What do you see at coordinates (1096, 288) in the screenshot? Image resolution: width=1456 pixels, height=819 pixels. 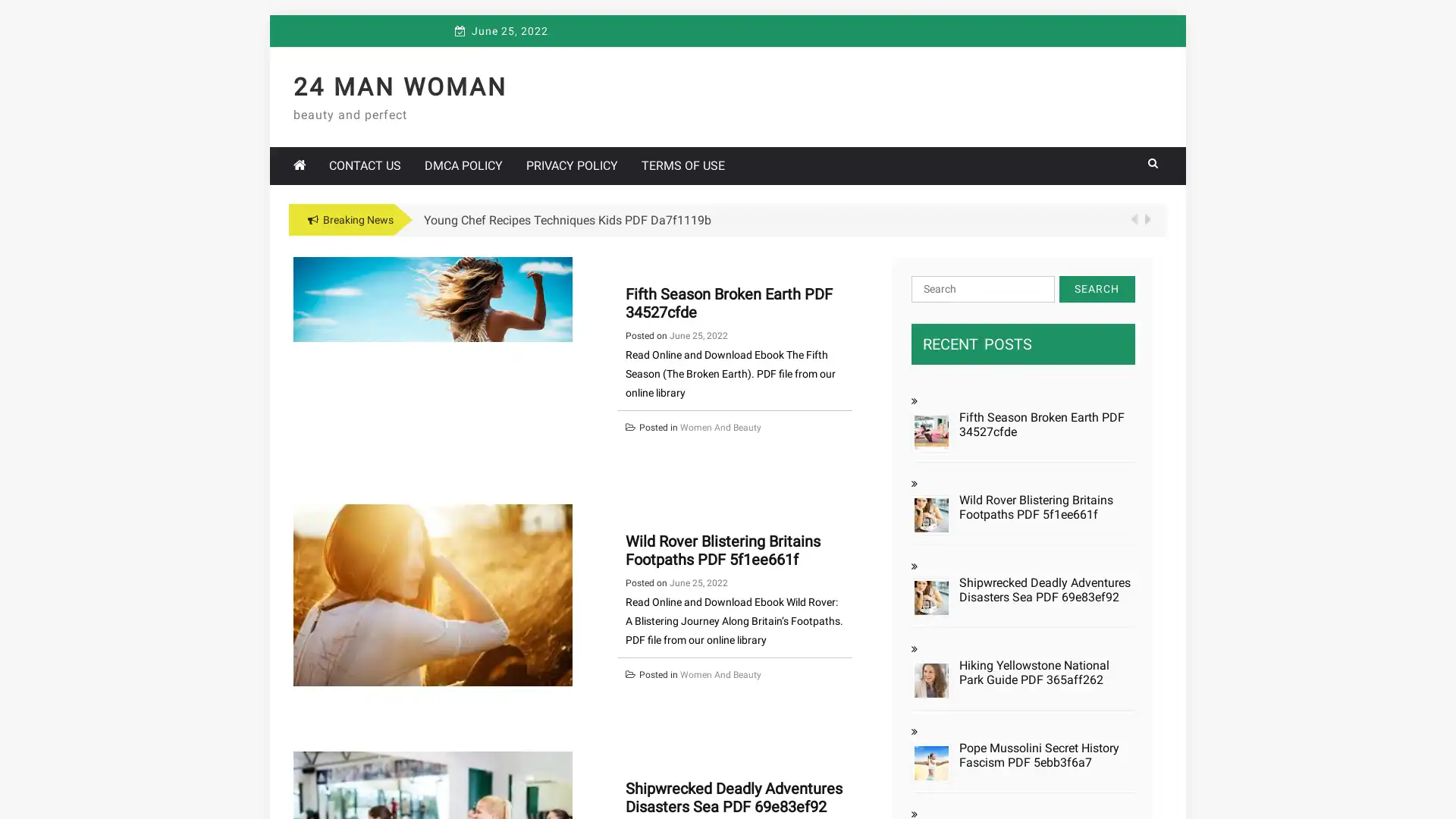 I see `Search` at bounding box center [1096, 288].